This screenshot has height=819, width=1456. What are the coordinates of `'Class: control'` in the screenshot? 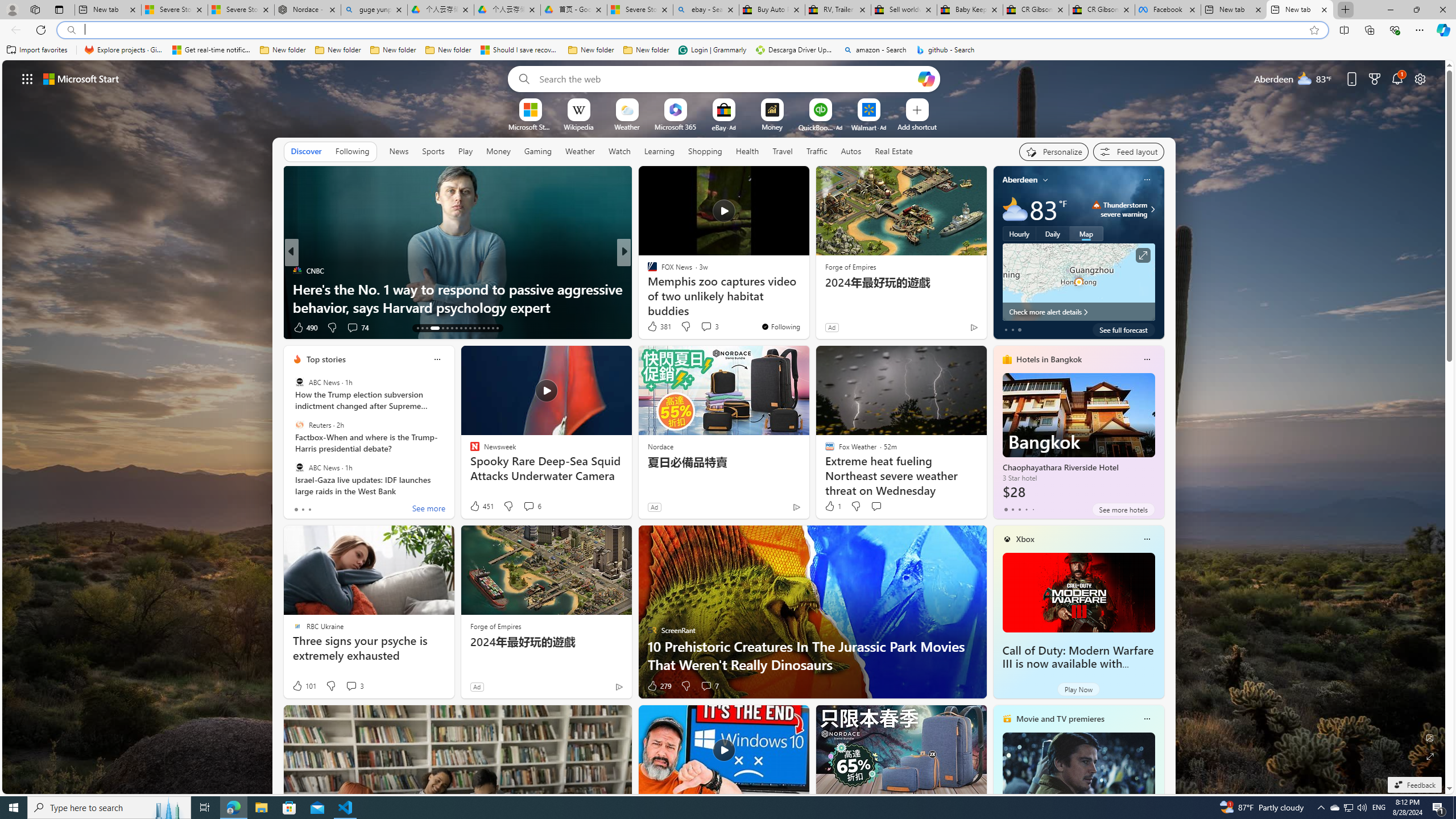 It's located at (27, 78).